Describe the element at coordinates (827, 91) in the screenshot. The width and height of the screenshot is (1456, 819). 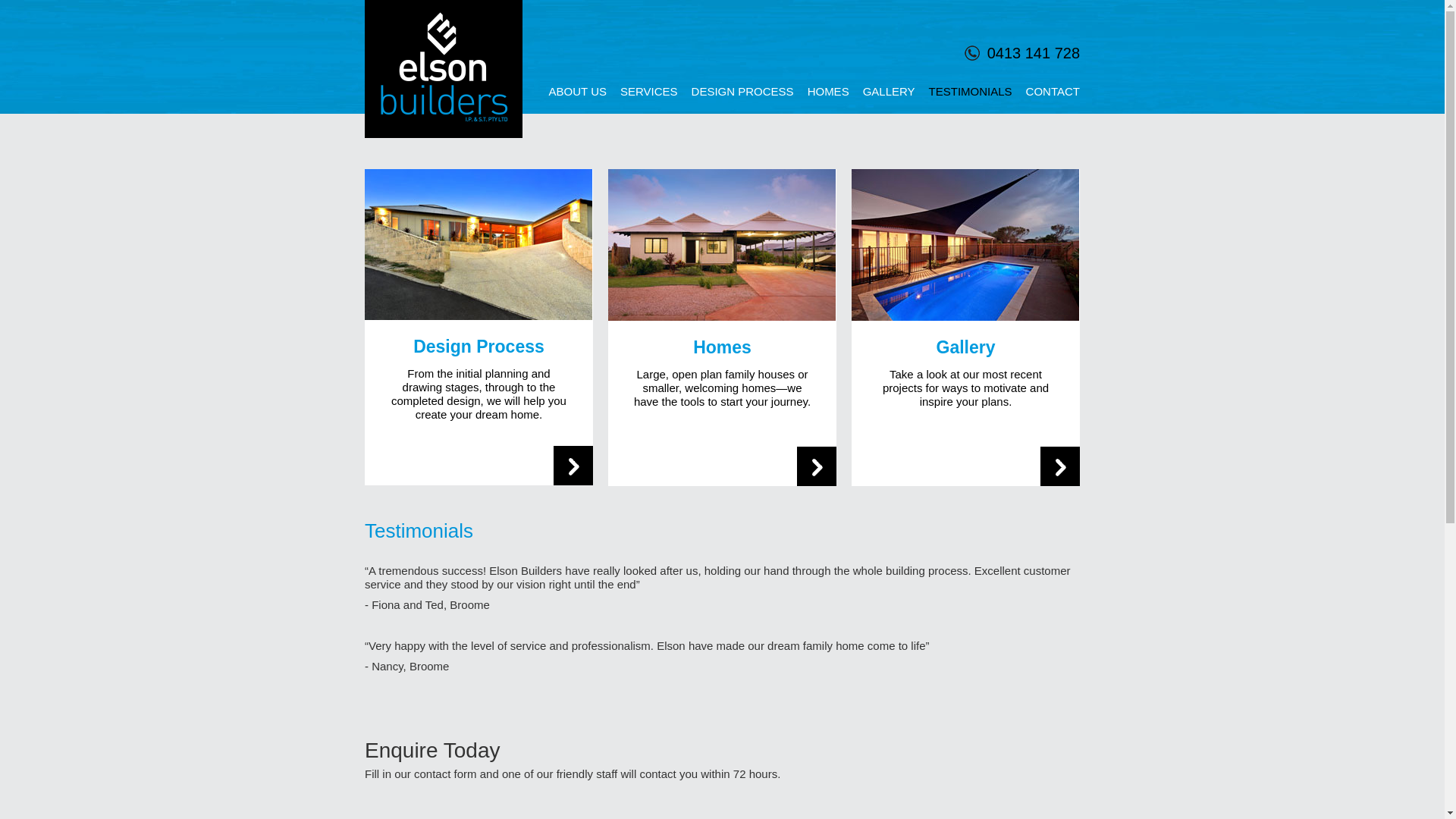
I see `'HOMES'` at that location.